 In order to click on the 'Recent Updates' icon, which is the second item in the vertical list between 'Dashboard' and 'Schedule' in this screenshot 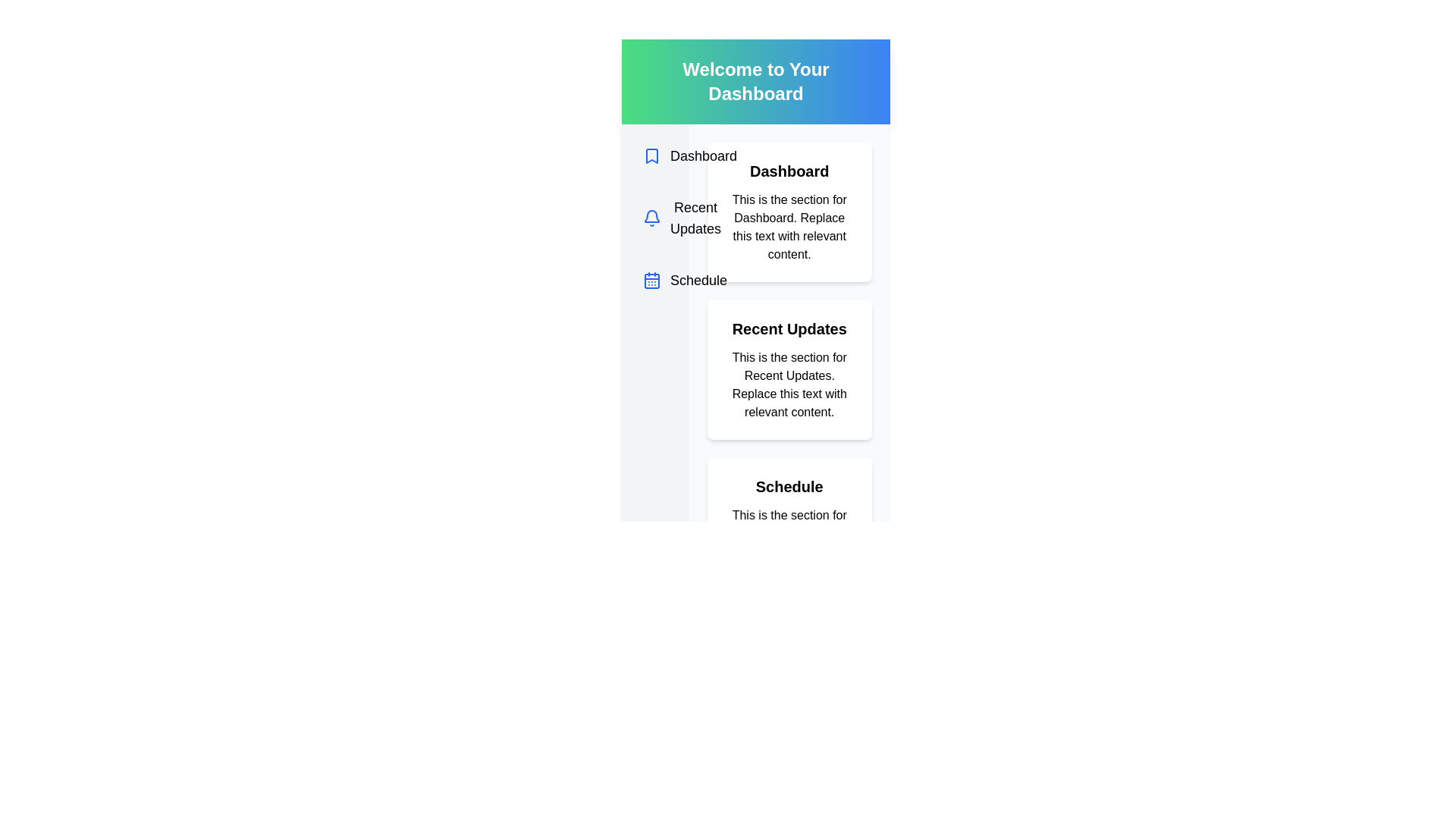, I will do `click(655, 218)`.